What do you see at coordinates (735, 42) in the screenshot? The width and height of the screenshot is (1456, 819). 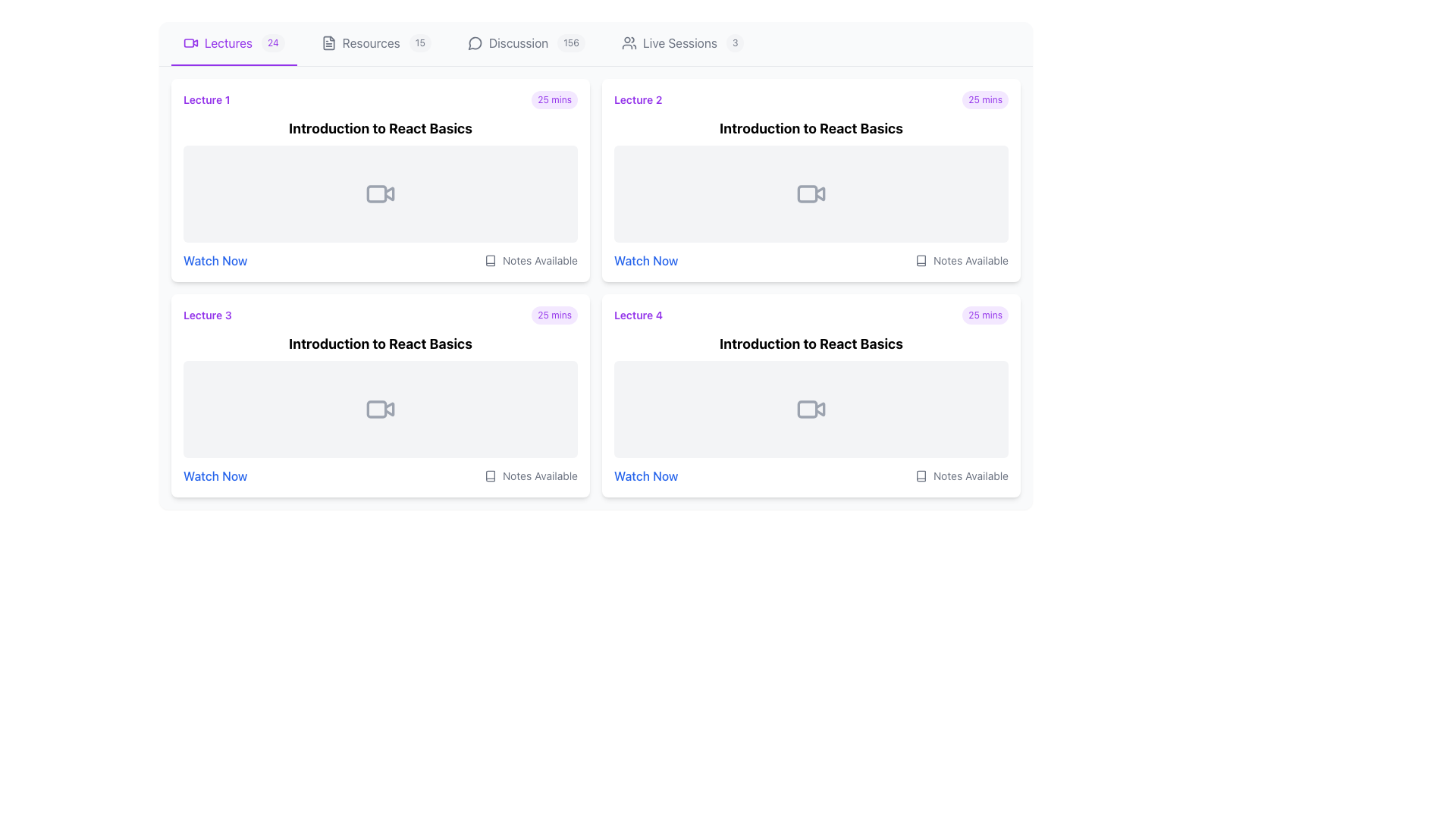 I see `the content of the Counter Badge indicating the number of available Live Sessions, located at the far right of the Live Sessions section in the navigation bar` at bounding box center [735, 42].